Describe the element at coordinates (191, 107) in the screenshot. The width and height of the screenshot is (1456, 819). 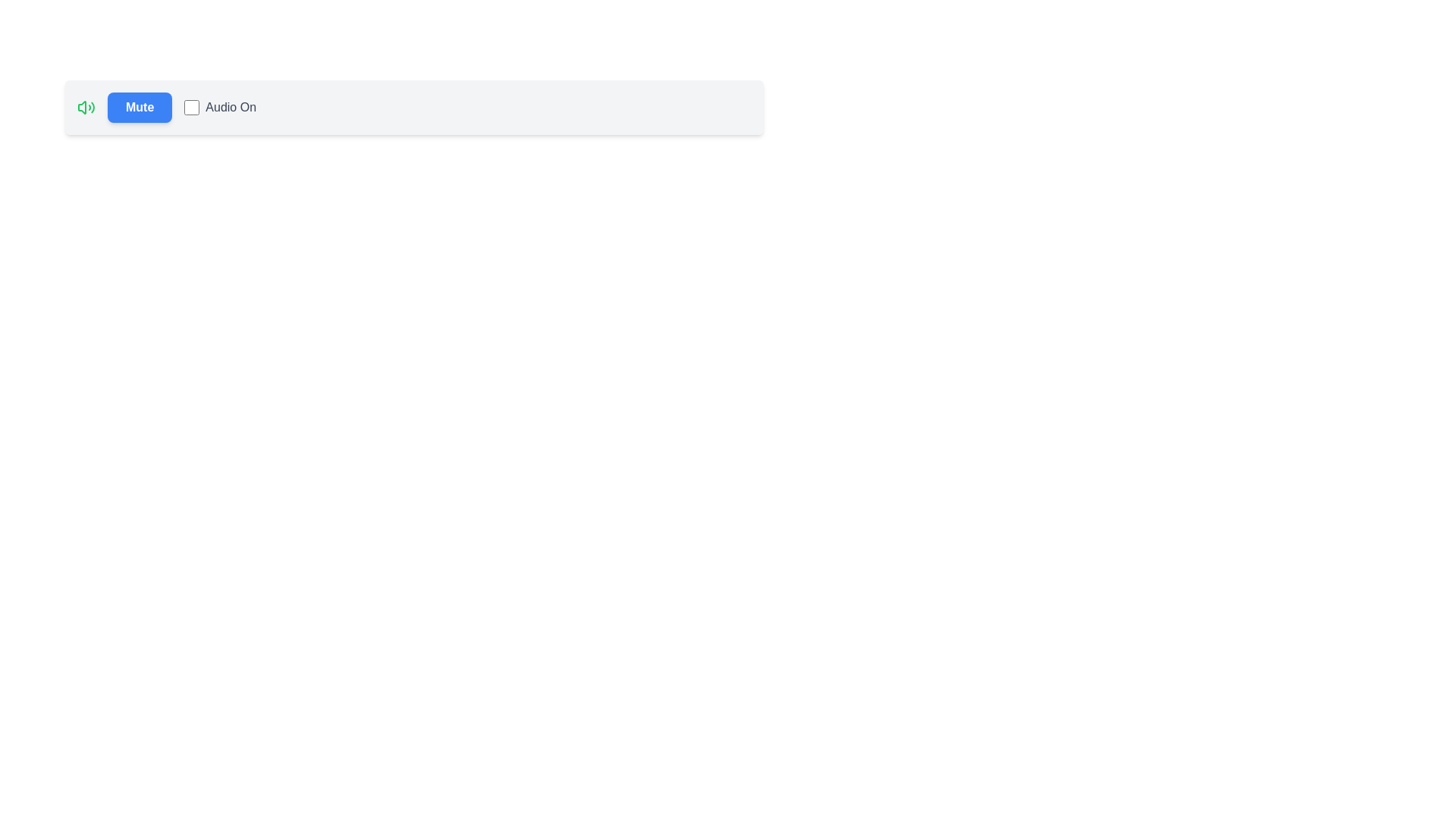
I see `the checkbox to toggle the mute state` at that location.